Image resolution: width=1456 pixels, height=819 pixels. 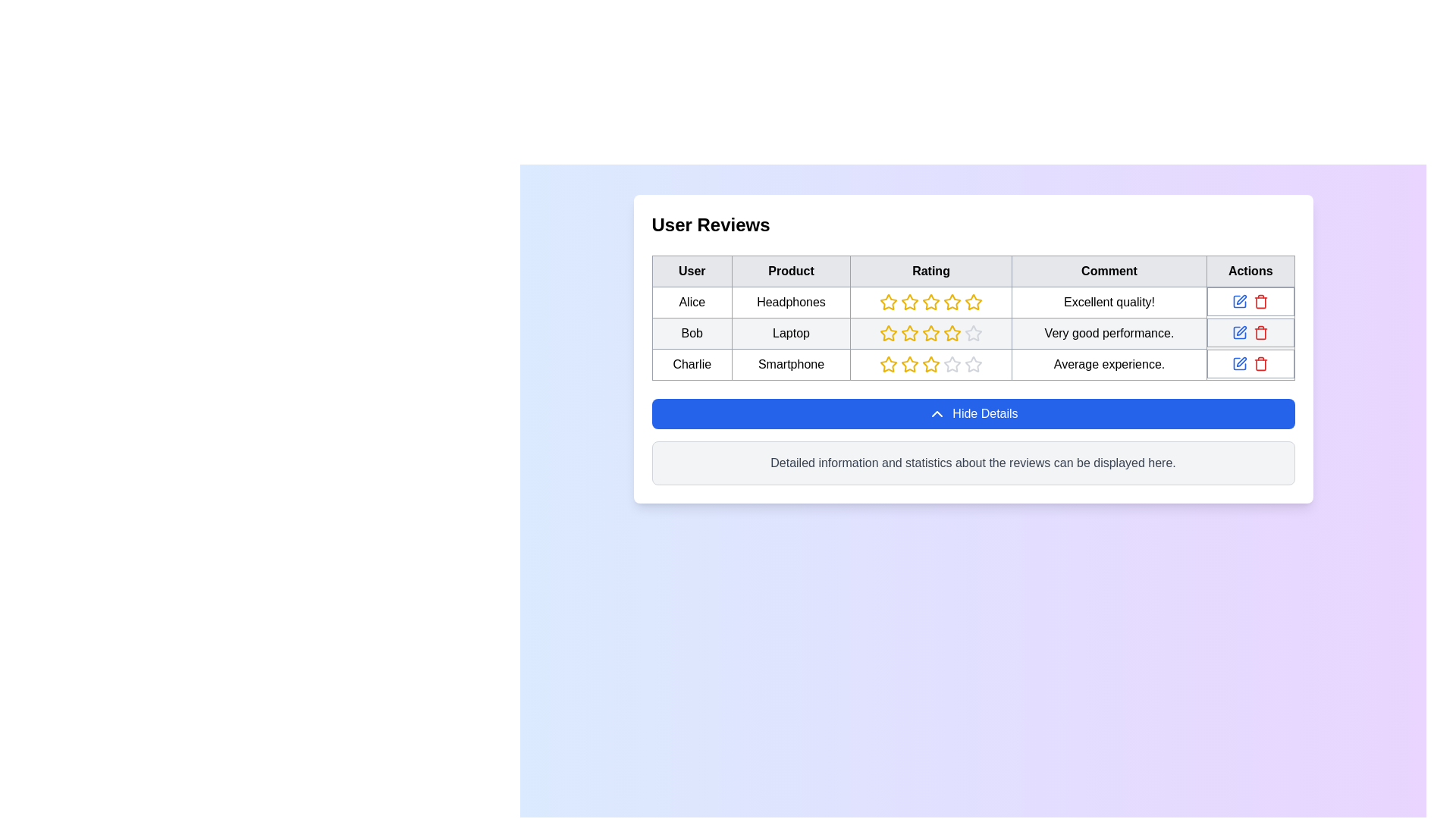 What do you see at coordinates (1240, 363) in the screenshot?
I see `the editing icon in the 'Actions' column for Charlie in the review table` at bounding box center [1240, 363].